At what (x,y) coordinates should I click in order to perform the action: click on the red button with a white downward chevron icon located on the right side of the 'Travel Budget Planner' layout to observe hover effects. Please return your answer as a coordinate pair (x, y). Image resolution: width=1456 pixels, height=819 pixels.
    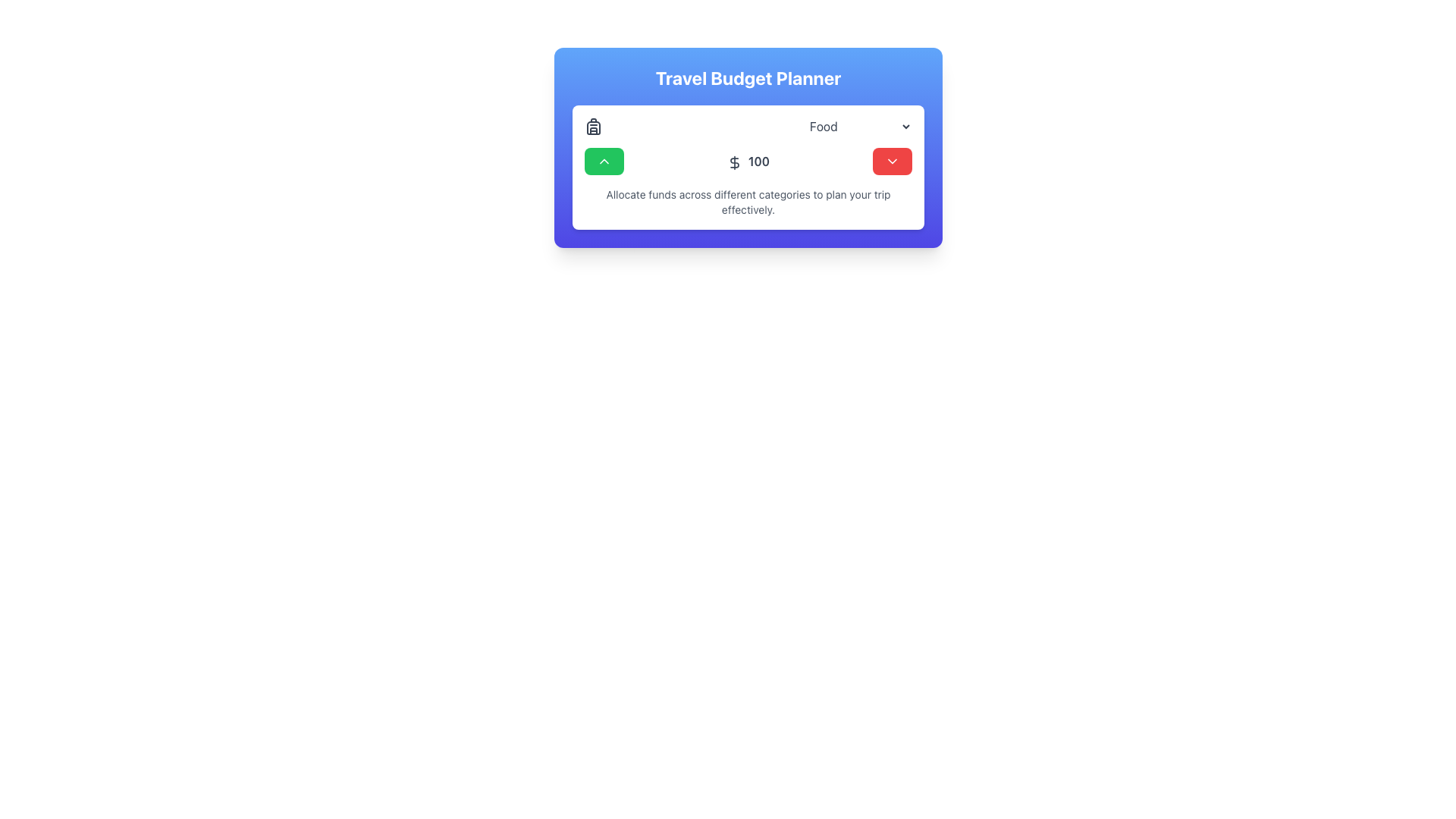
    Looking at the image, I should click on (892, 161).